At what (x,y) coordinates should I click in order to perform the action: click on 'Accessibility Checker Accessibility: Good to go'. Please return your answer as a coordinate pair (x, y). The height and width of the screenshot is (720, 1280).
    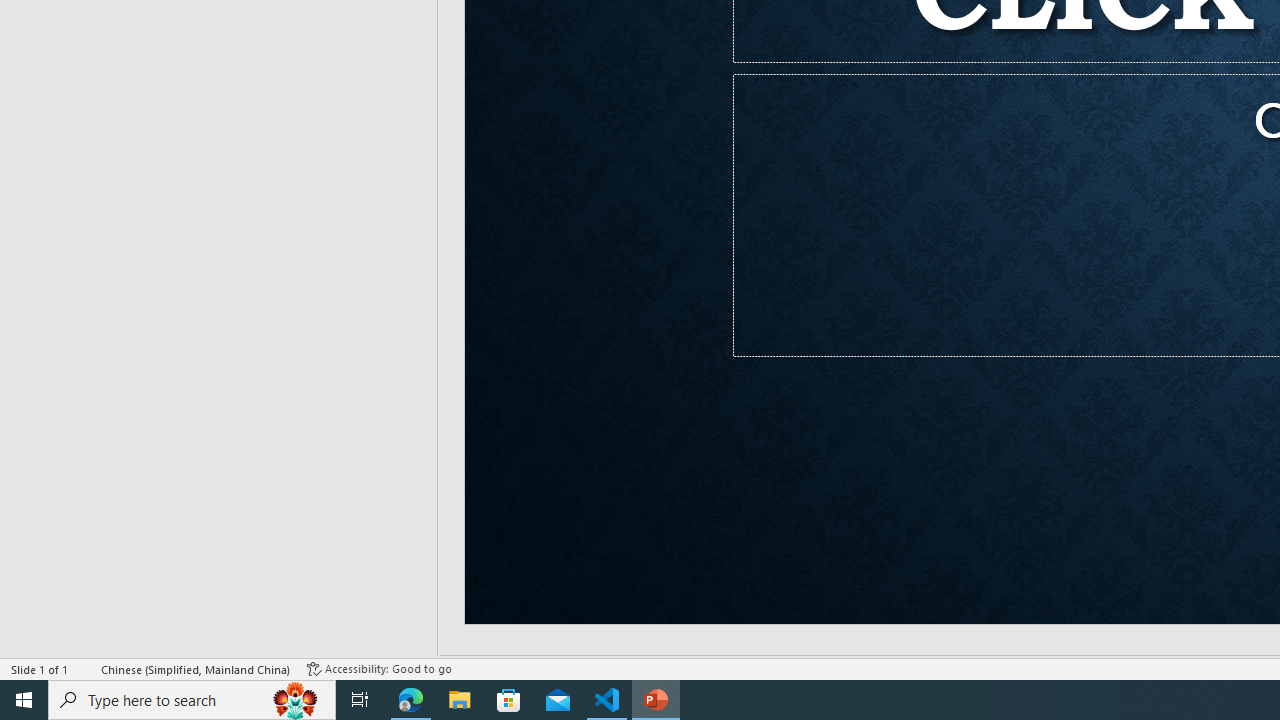
    Looking at the image, I should click on (379, 669).